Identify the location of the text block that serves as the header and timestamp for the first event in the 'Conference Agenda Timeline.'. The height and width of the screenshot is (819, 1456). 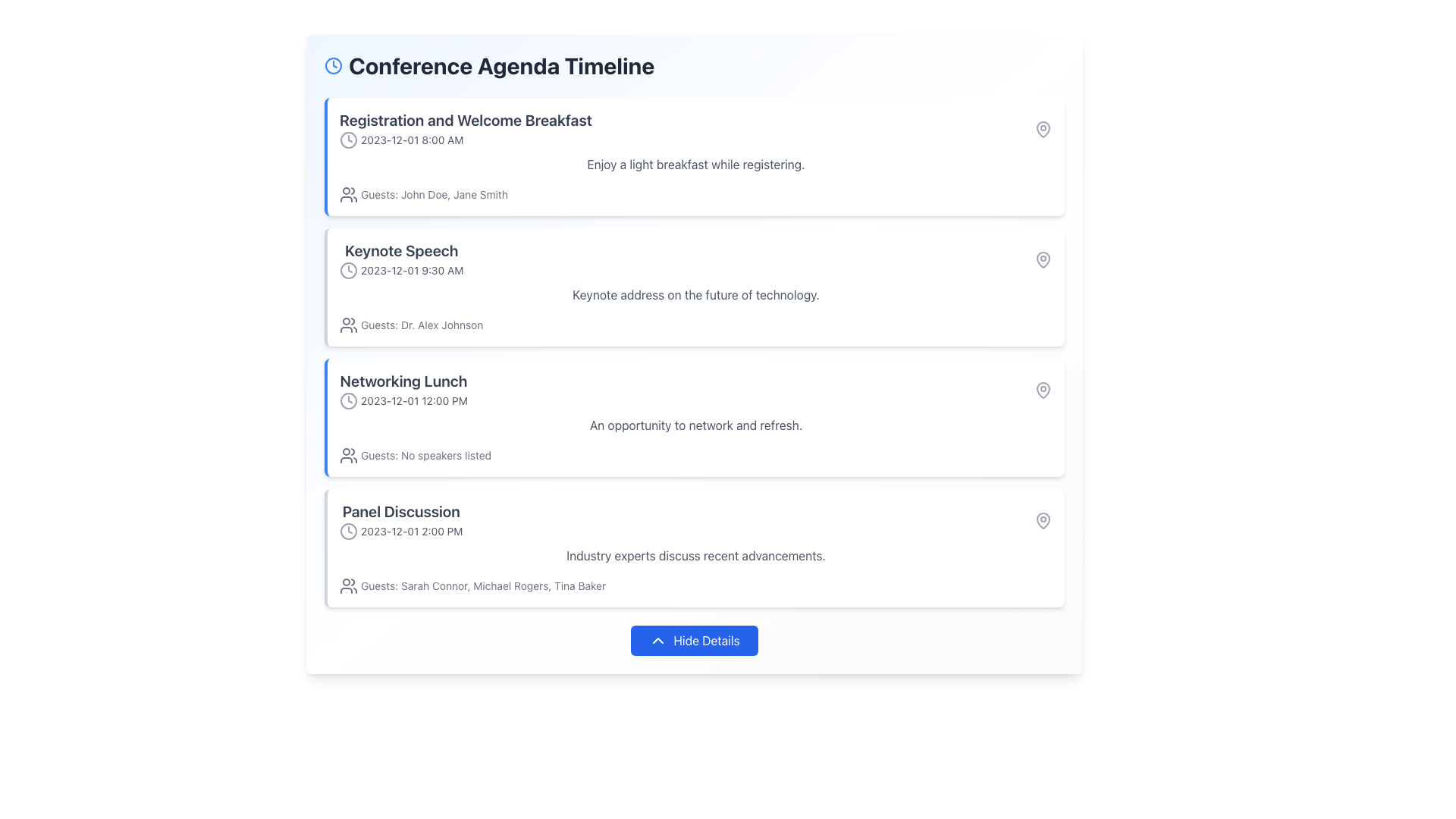
(465, 128).